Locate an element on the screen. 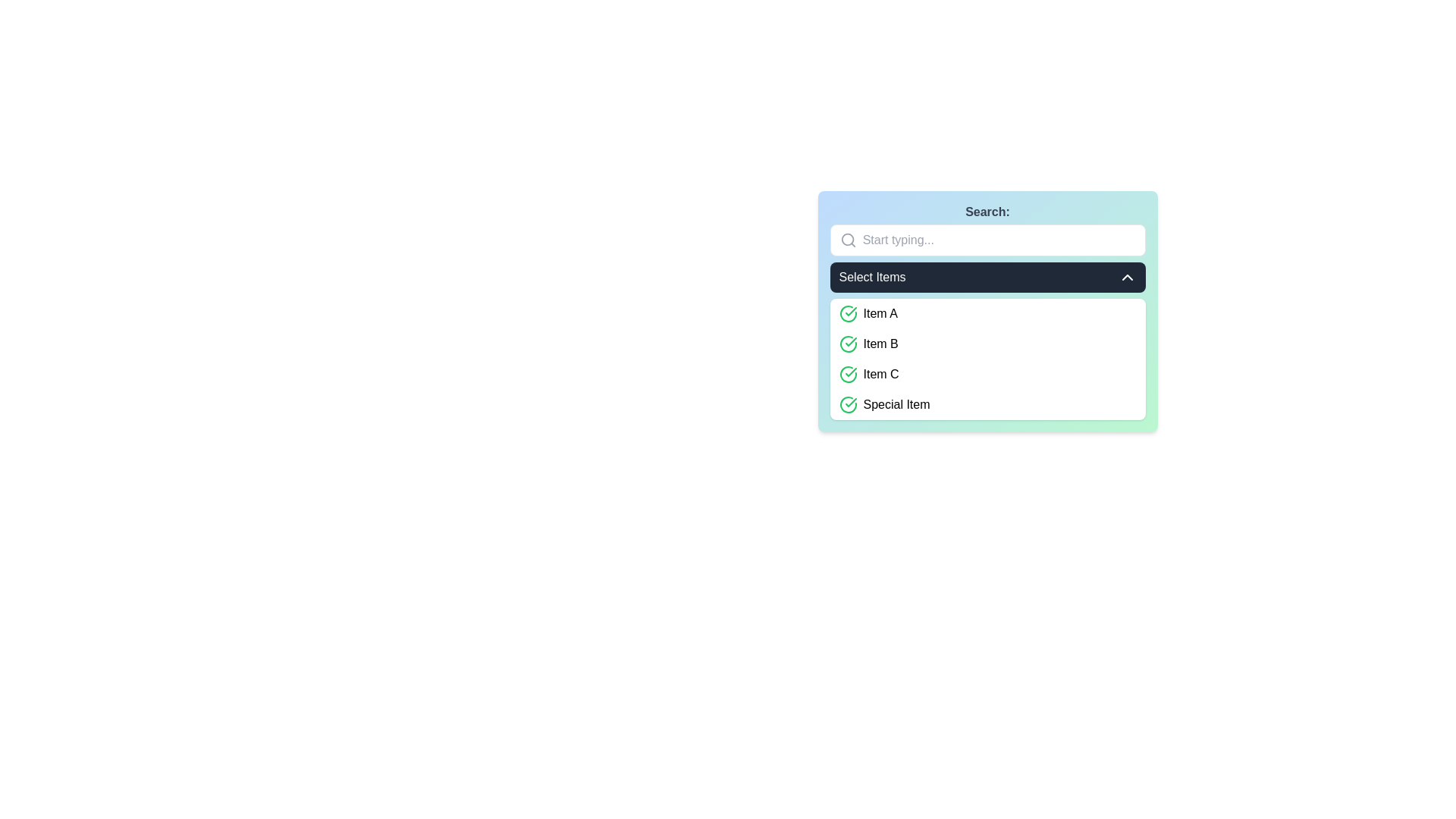 The height and width of the screenshot is (819, 1456). the circular Graphic icon with a light border, part of the 'Select Items' list, indicating interactive functionality is located at coordinates (847, 403).